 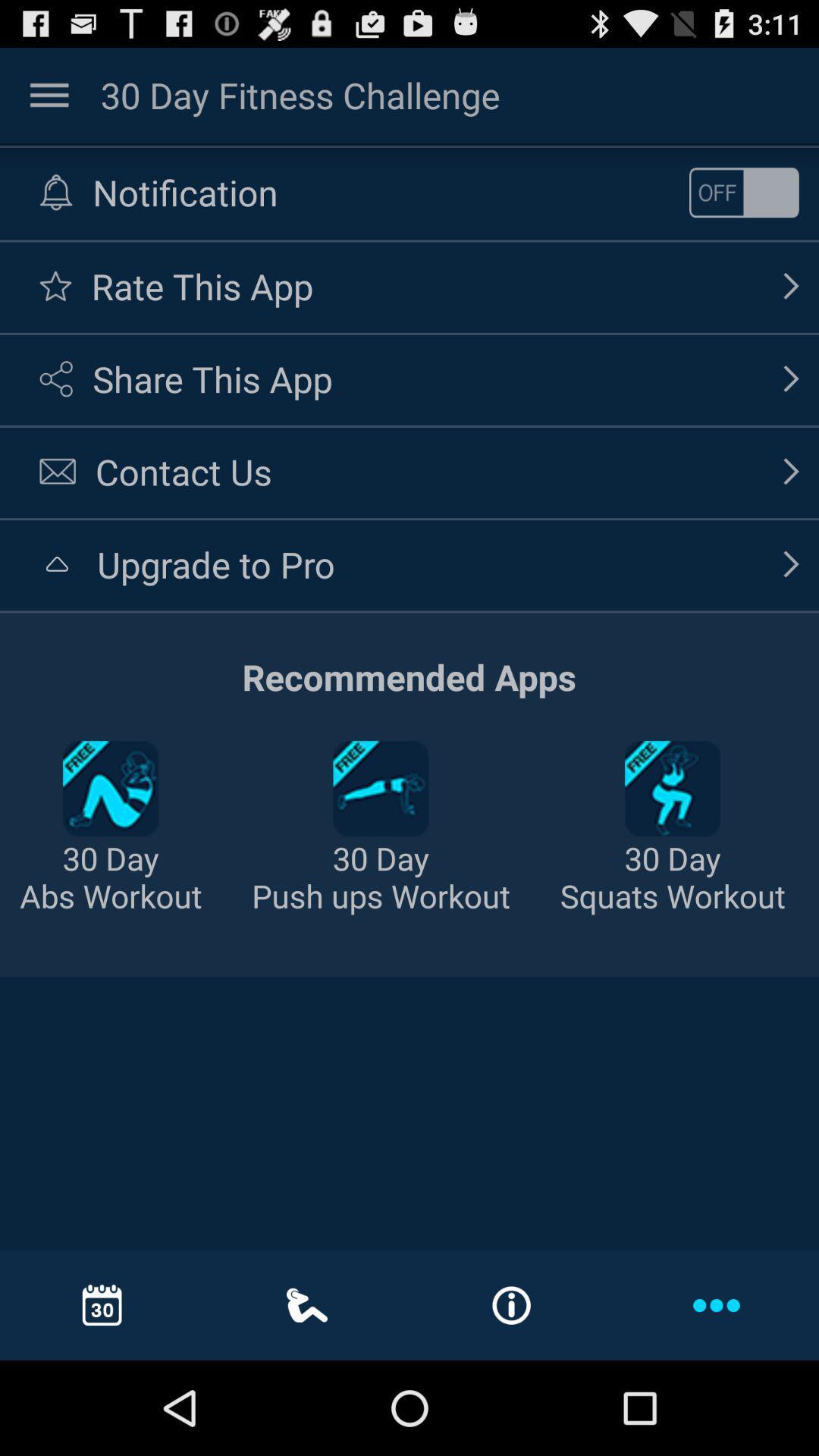 What do you see at coordinates (717, 1304) in the screenshot?
I see `three dot icon in blue color at the bottom right corner` at bounding box center [717, 1304].